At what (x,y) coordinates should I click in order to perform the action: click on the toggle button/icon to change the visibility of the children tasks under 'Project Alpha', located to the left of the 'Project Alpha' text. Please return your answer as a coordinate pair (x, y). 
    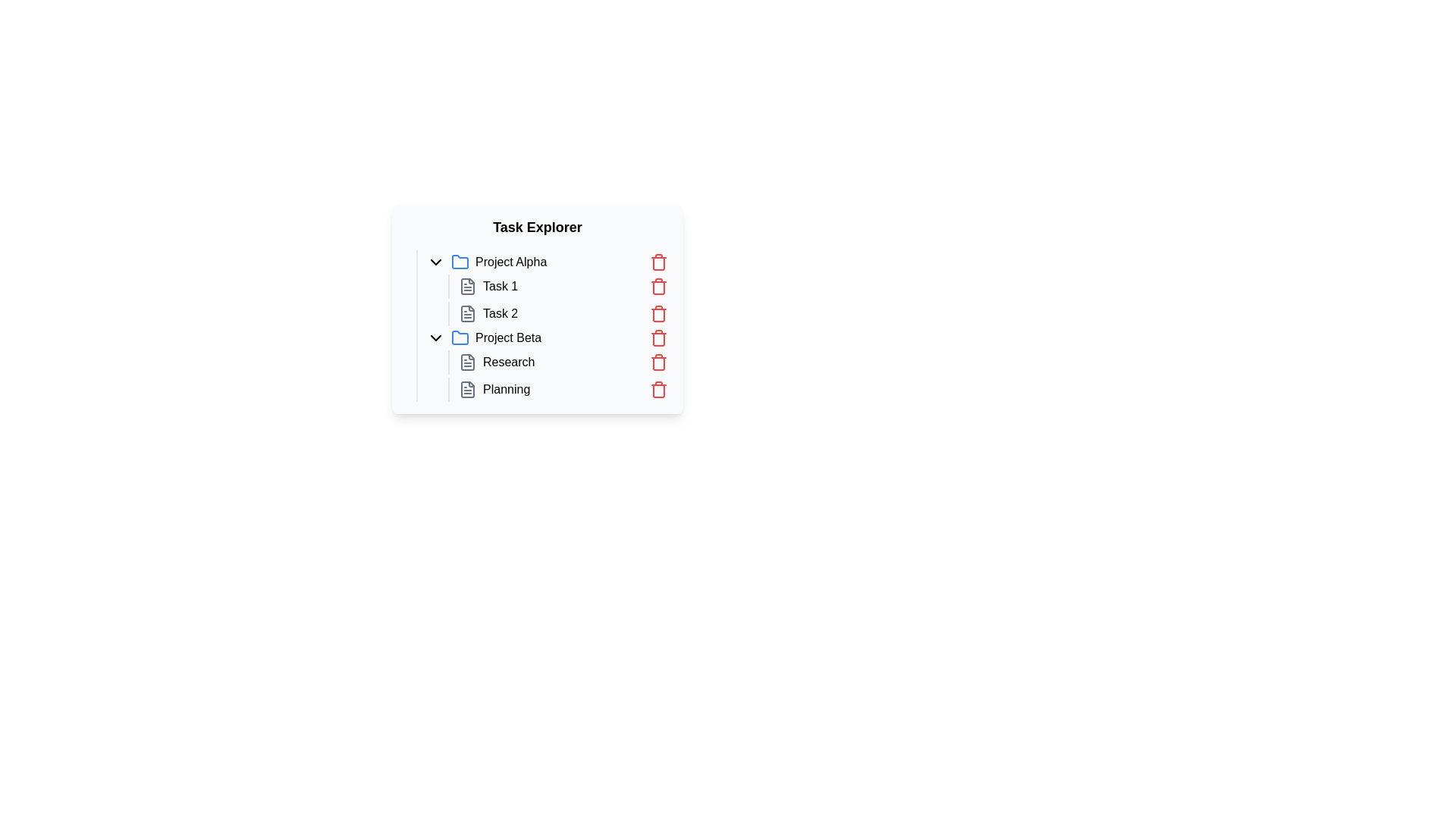
    Looking at the image, I should click on (435, 262).